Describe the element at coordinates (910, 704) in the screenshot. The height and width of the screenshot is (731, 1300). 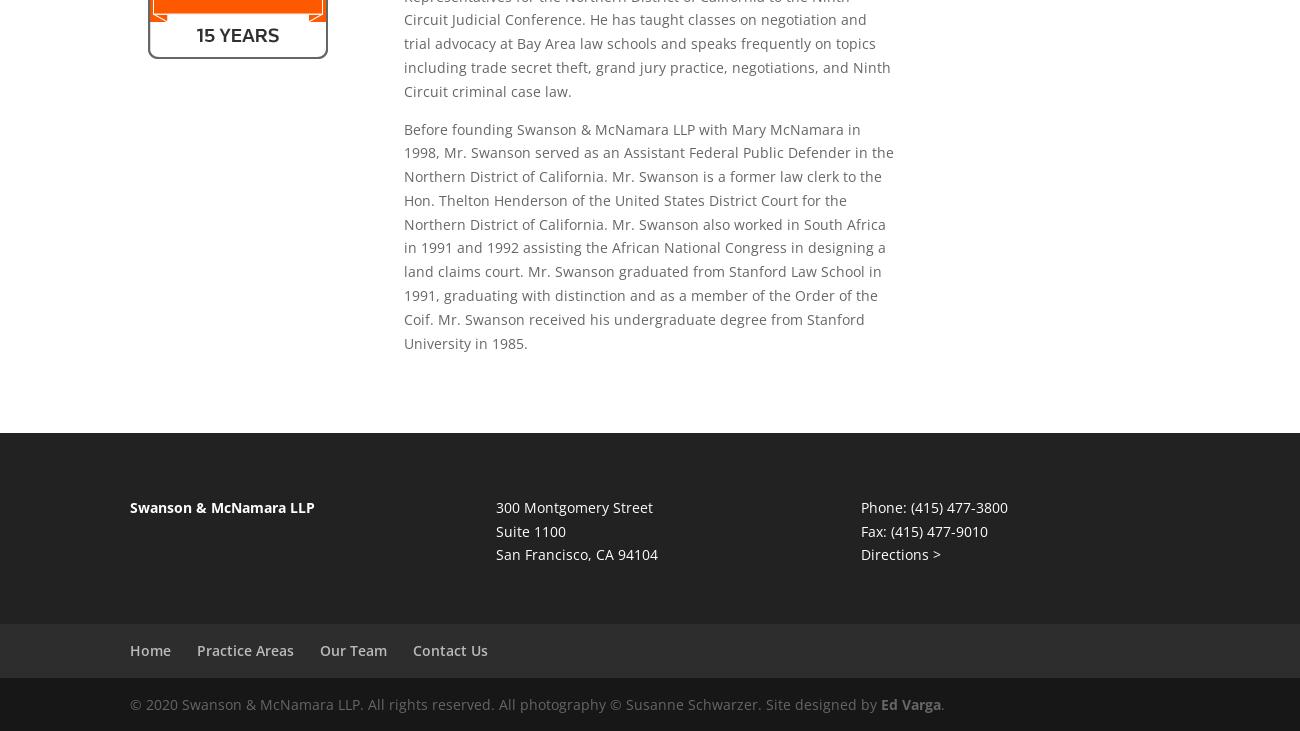
I see `'Ed Varga'` at that location.